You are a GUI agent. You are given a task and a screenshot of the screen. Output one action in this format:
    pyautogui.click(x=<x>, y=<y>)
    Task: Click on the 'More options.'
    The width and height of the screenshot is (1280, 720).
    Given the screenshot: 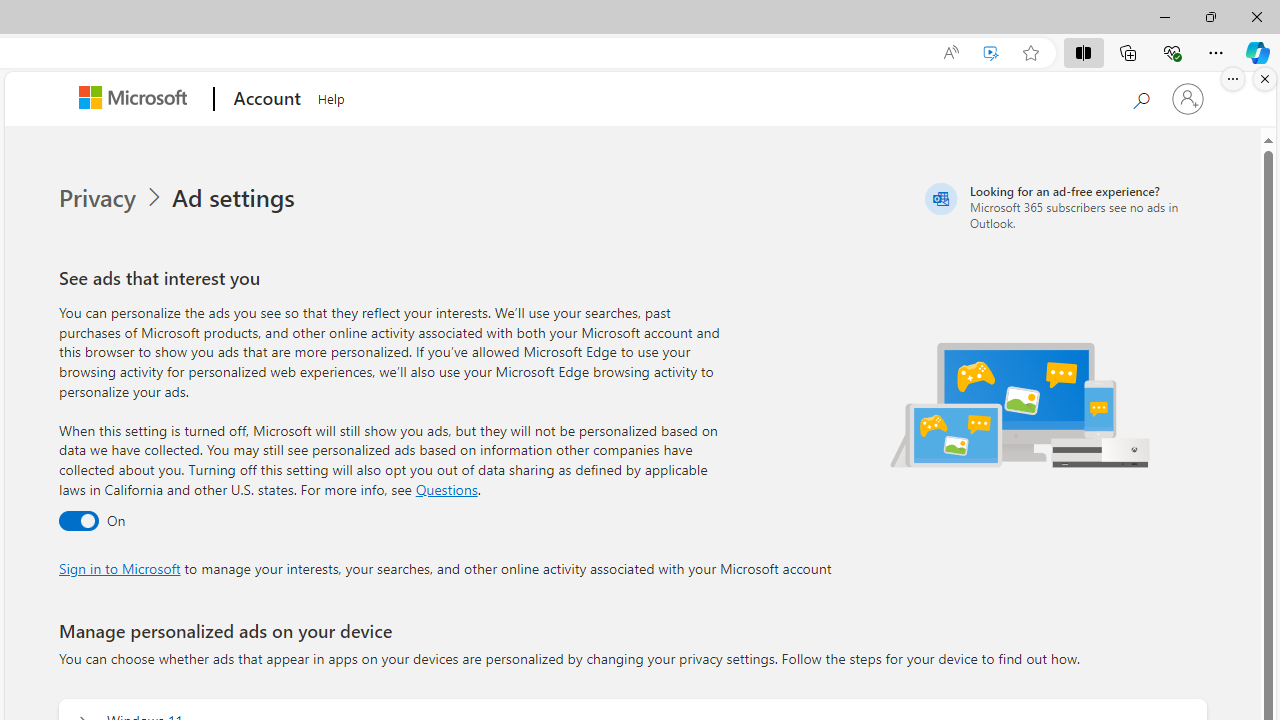 What is the action you would take?
    pyautogui.click(x=1232, y=78)
    